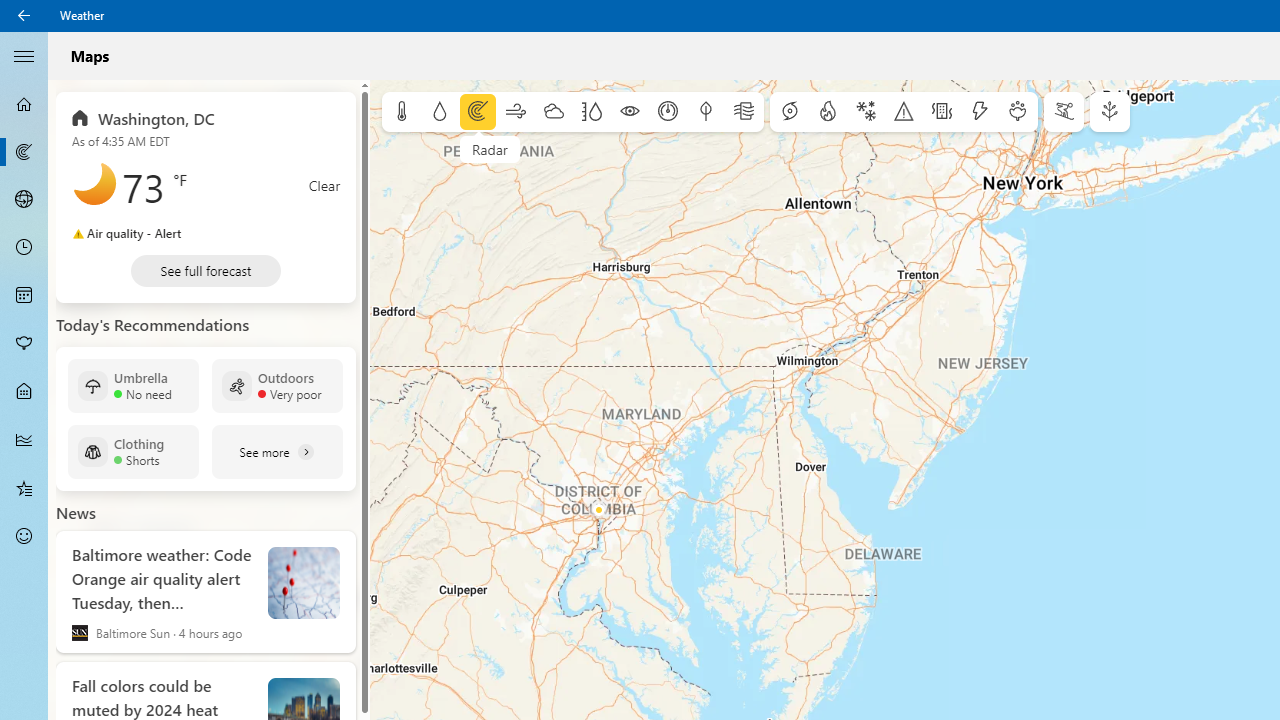  I want to click on 'Favorites - Not Selected', so click(24, 487).